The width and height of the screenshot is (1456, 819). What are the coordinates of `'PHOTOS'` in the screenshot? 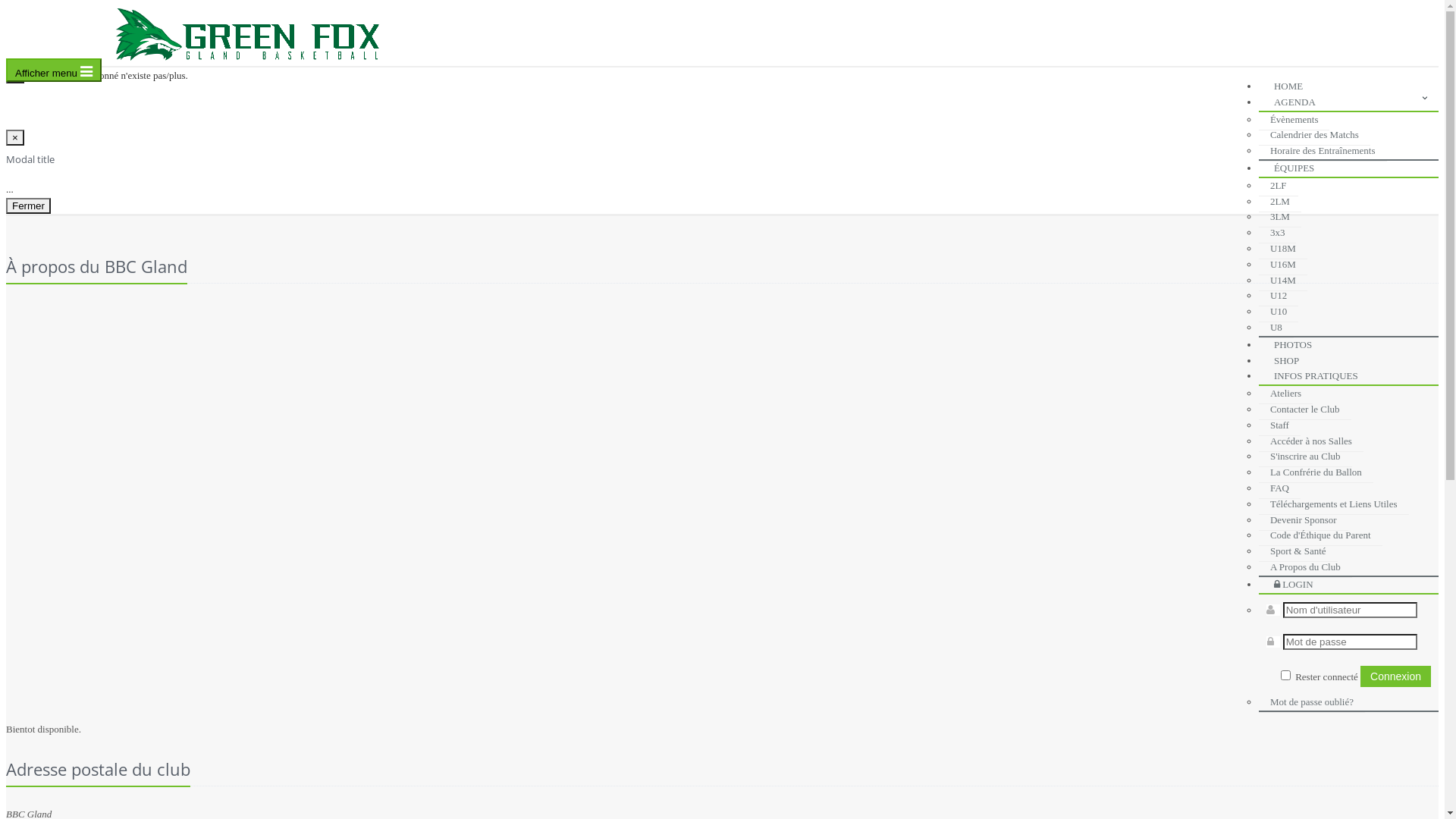 It's located at (1259, 343).